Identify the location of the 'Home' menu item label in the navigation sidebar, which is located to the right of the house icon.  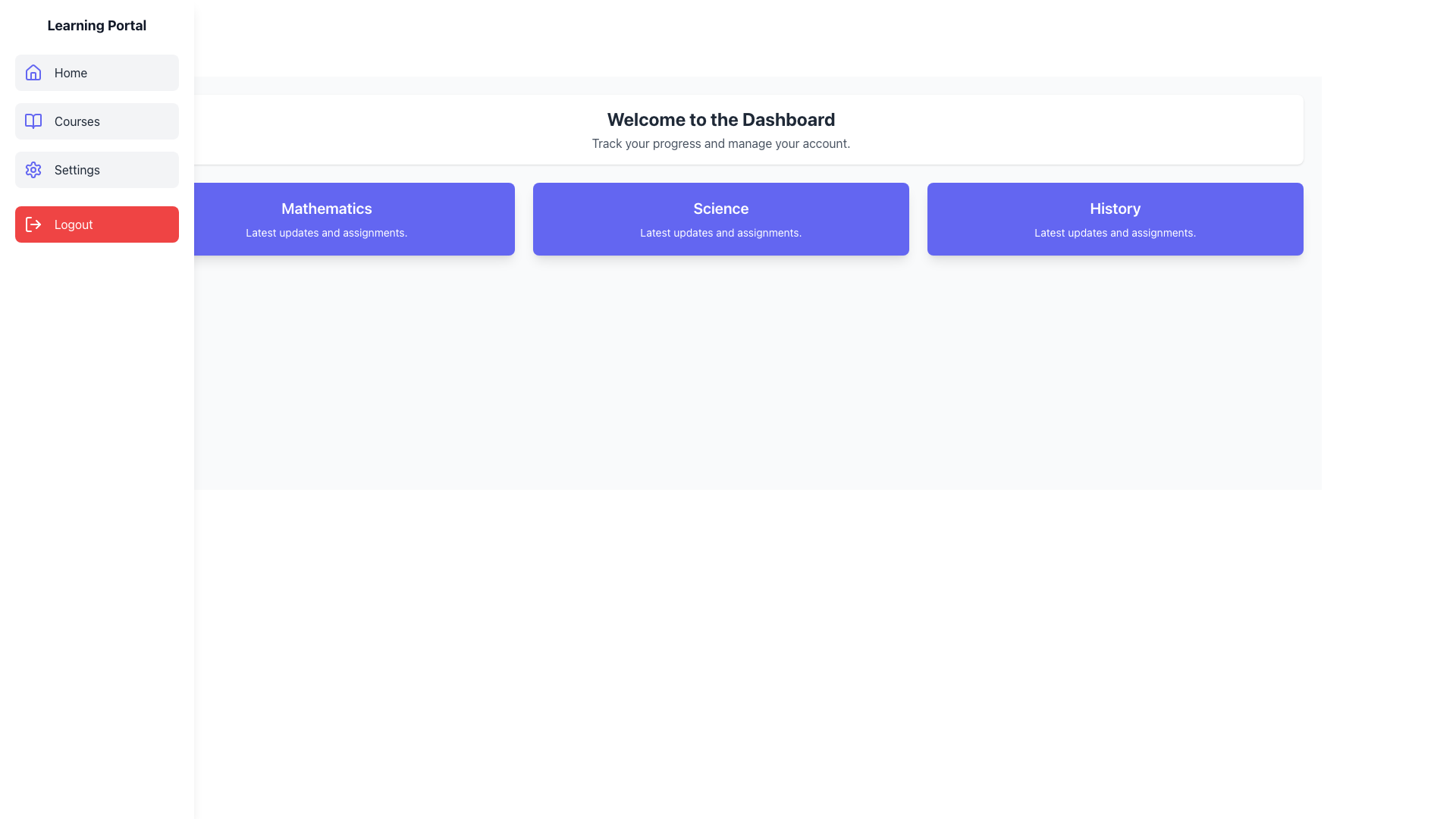
(70, 73).